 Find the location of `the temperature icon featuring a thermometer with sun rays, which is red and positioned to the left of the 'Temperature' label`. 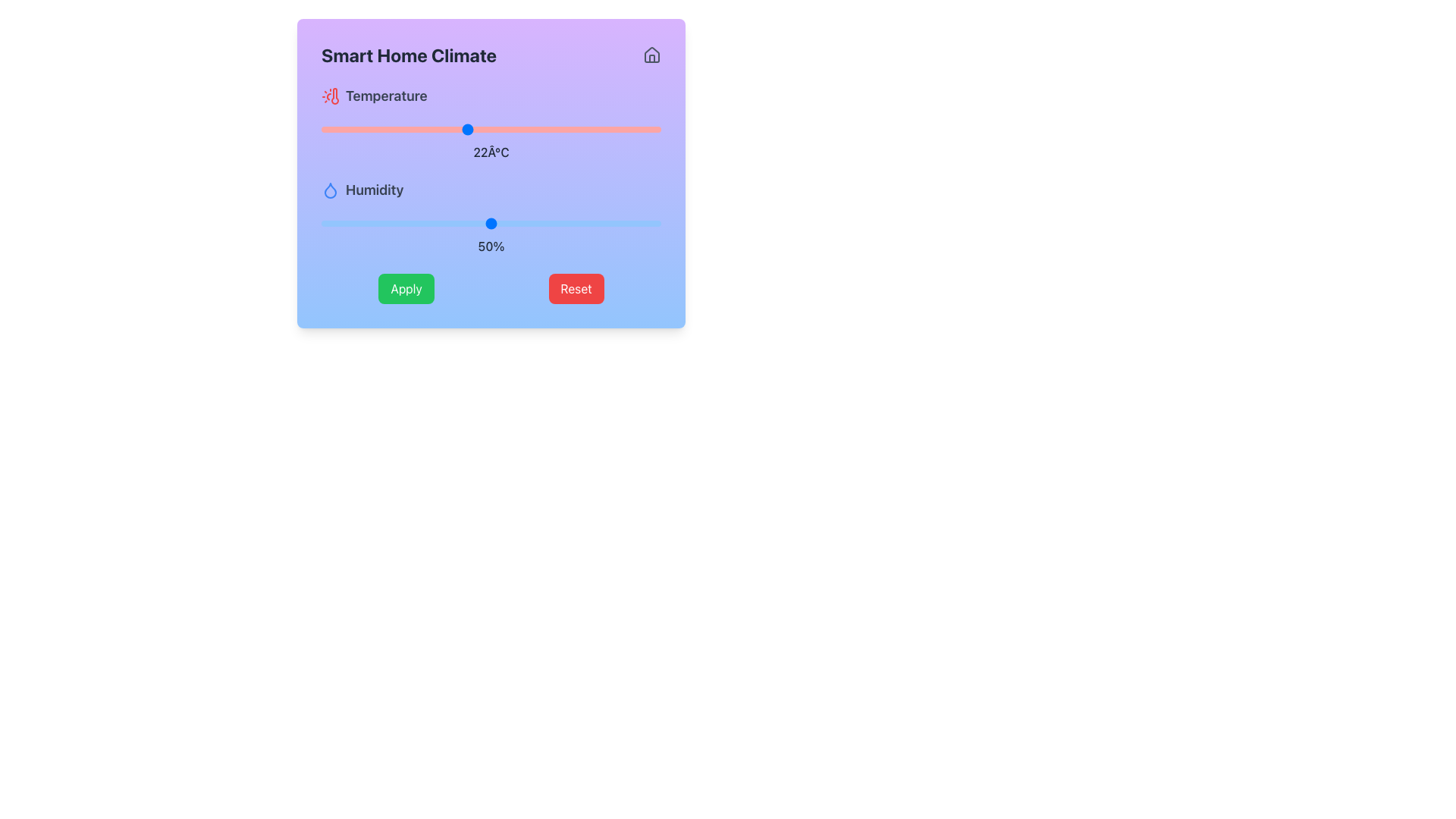

the temperature icon featuring a thermometer with sun rays, which is red and positioned to the left of the 'Temperature' label is located at coordinates (330, 96).